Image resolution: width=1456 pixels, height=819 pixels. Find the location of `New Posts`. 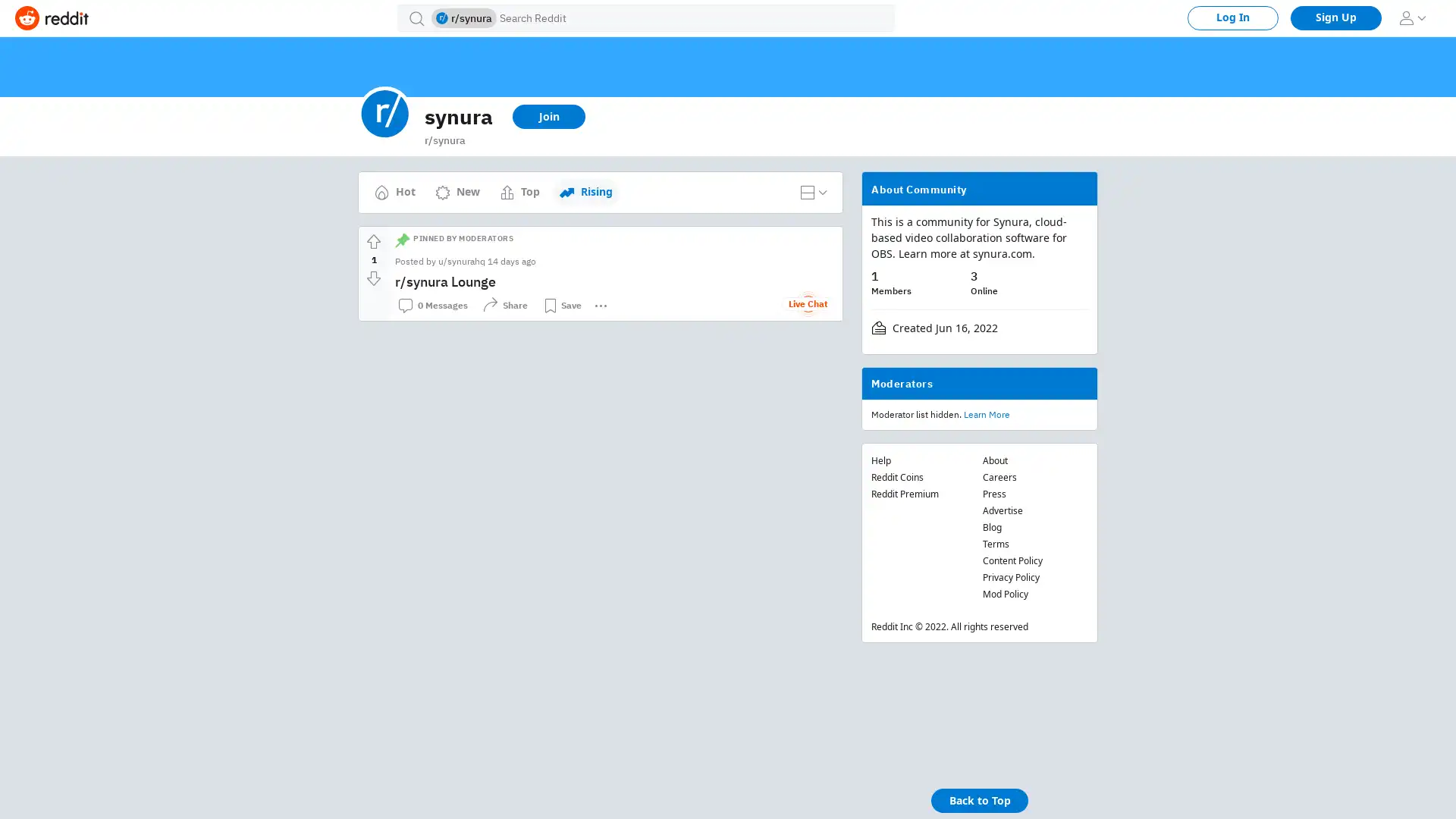

New Posts is located at coordinates (588, 184).